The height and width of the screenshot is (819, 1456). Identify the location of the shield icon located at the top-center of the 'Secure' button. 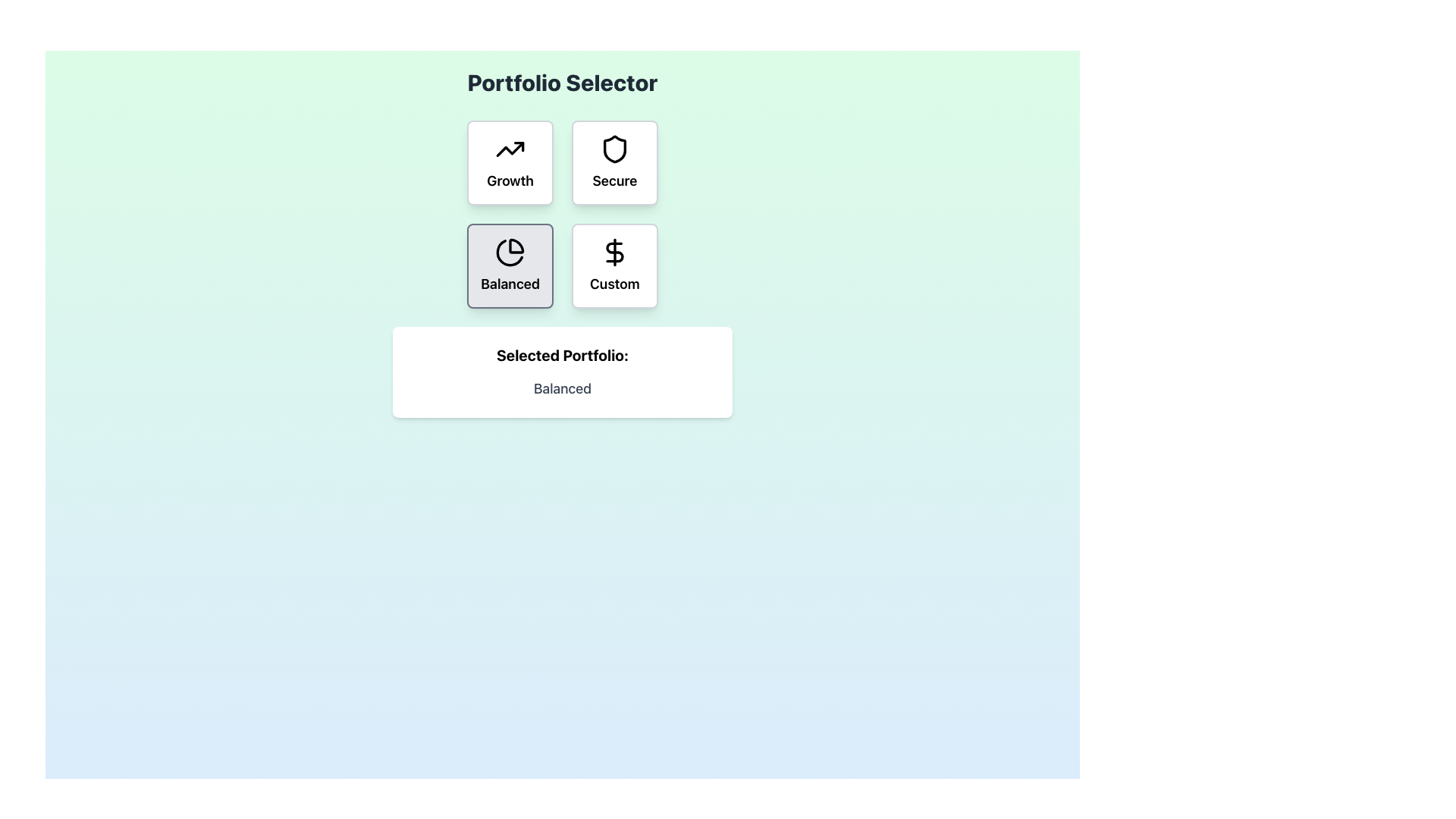
(614, 149).